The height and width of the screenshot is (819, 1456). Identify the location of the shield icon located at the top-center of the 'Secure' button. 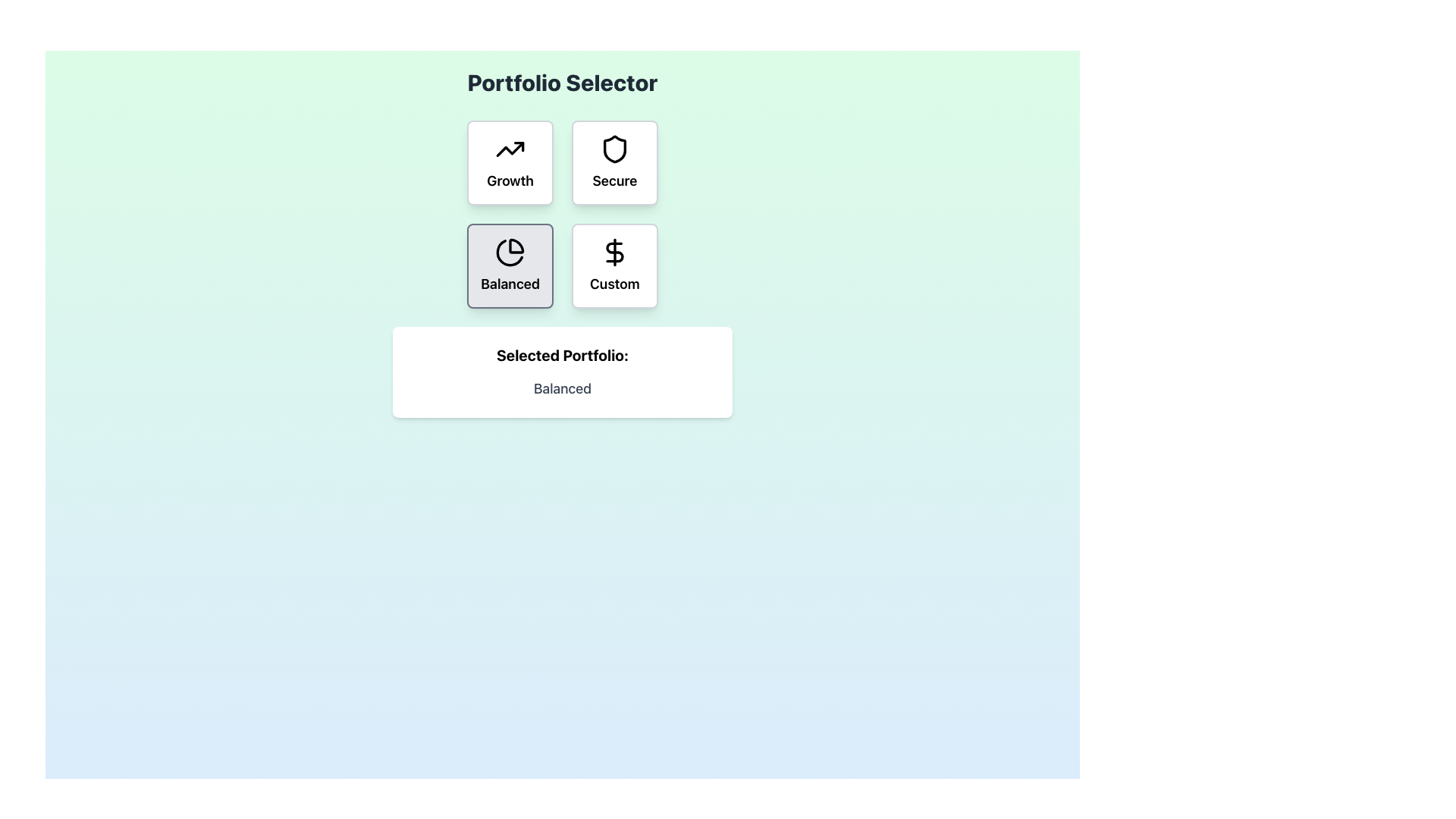
(614, 149).